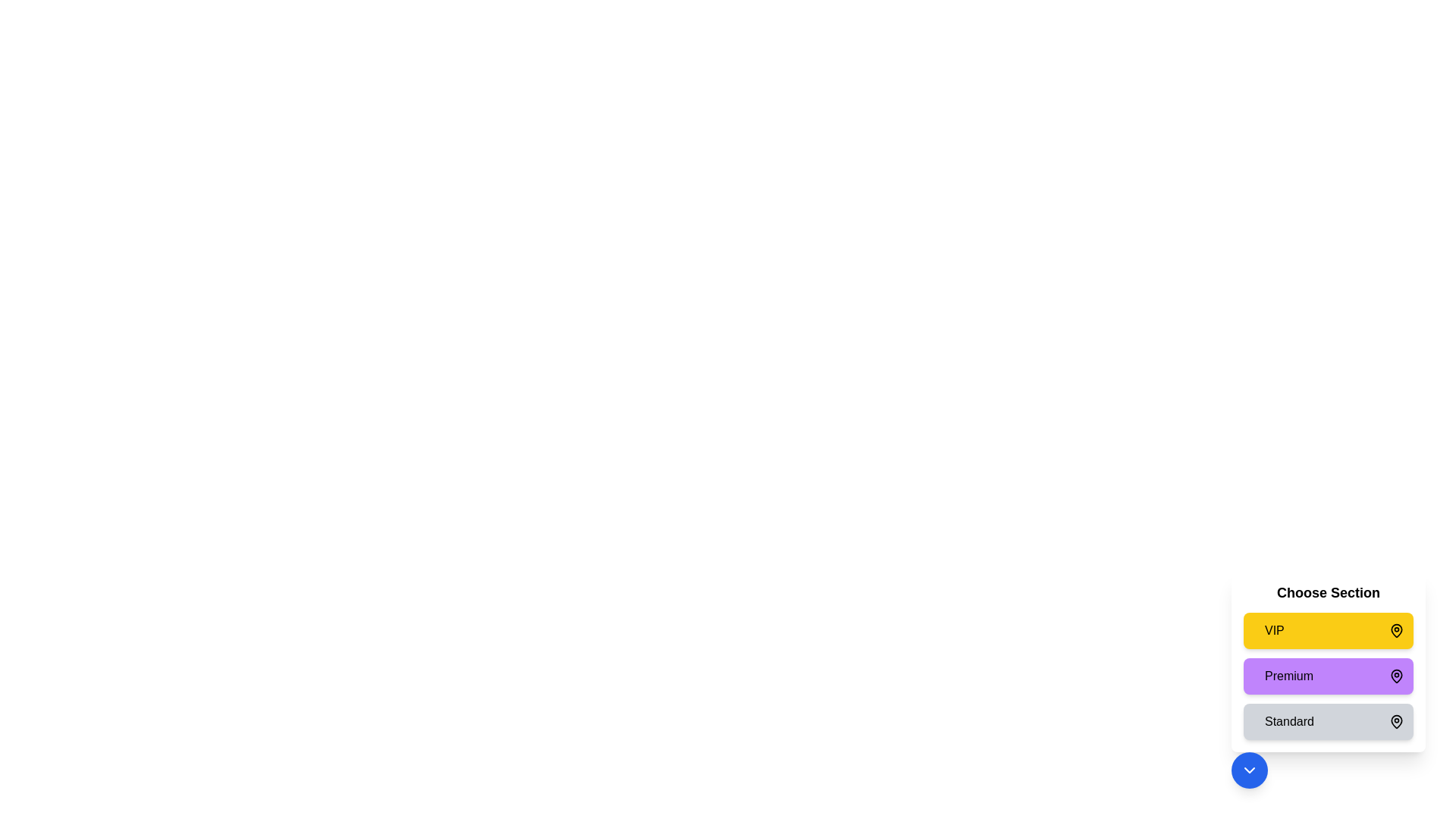  Describe the element at coordinates (1328, 631) in the screenshot. I see `the seating section VIP by clicking on the respective section card` at that location.